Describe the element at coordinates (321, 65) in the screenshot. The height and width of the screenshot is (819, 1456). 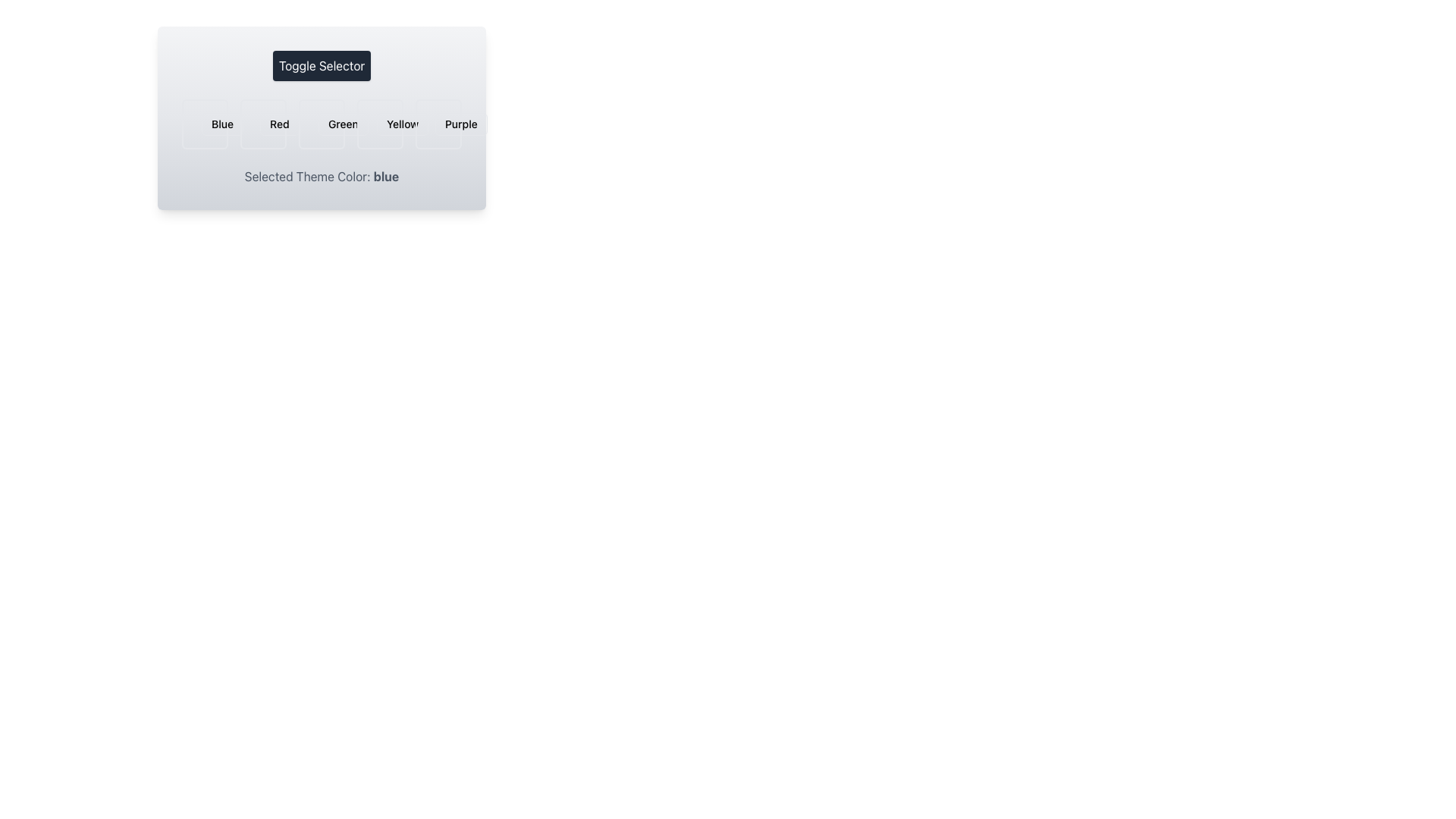
I see `the button labeled 'Toggle Selector', which has a dark gray background and white text` at that location.